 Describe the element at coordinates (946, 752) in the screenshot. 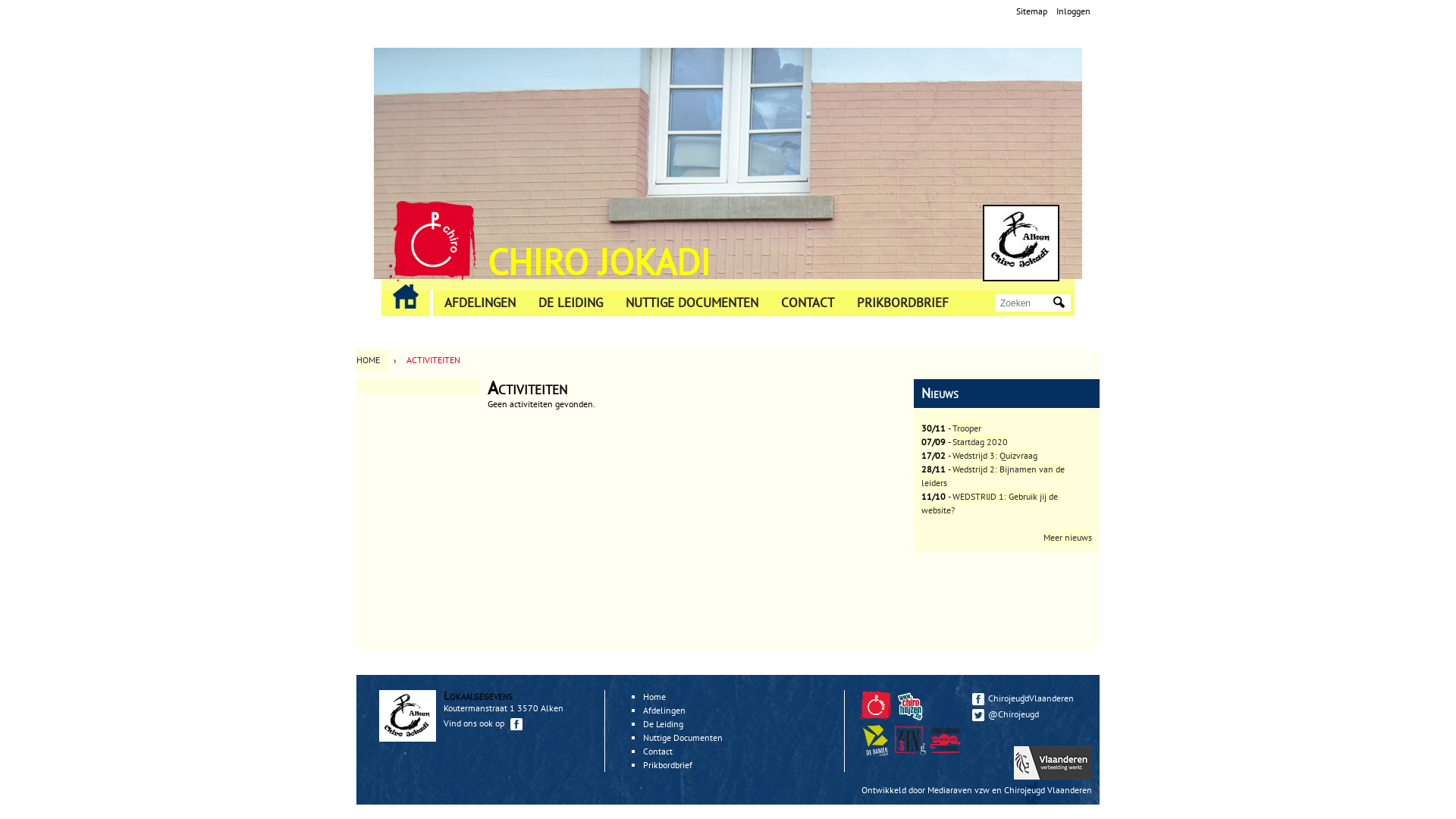

I see `'Zindering'` at that location.